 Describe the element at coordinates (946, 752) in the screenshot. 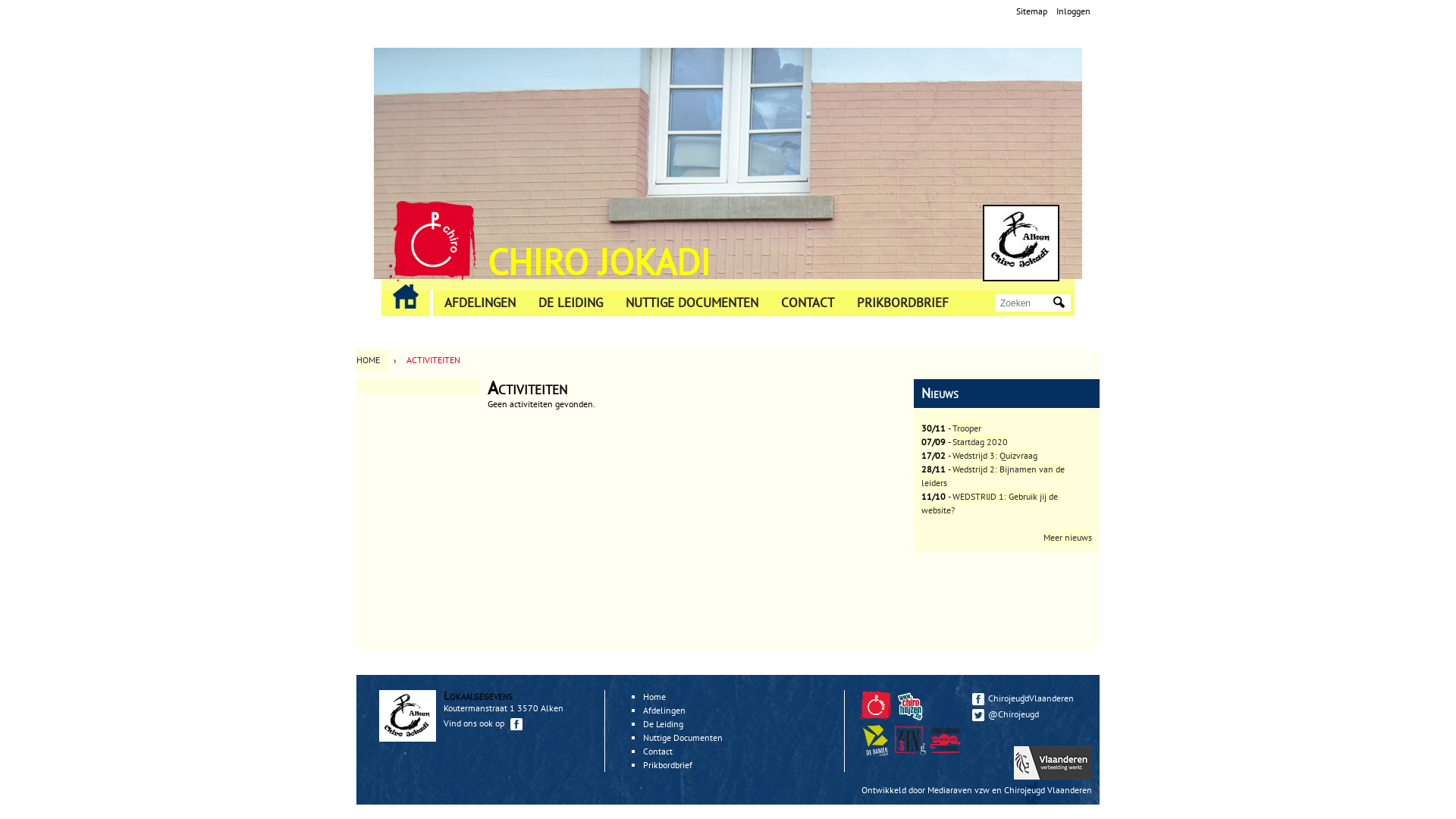

I see `'Zindering'` at that location.